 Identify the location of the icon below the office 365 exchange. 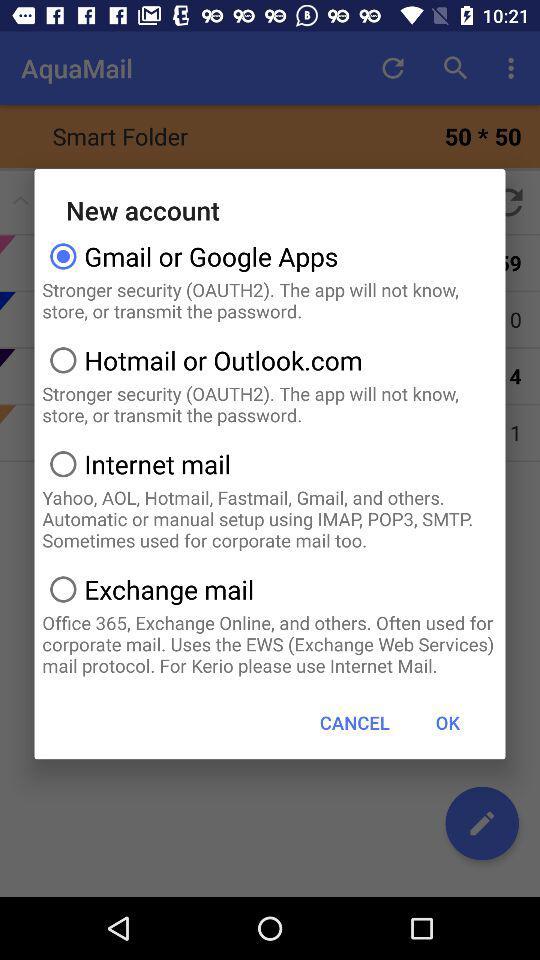
(353, 721).